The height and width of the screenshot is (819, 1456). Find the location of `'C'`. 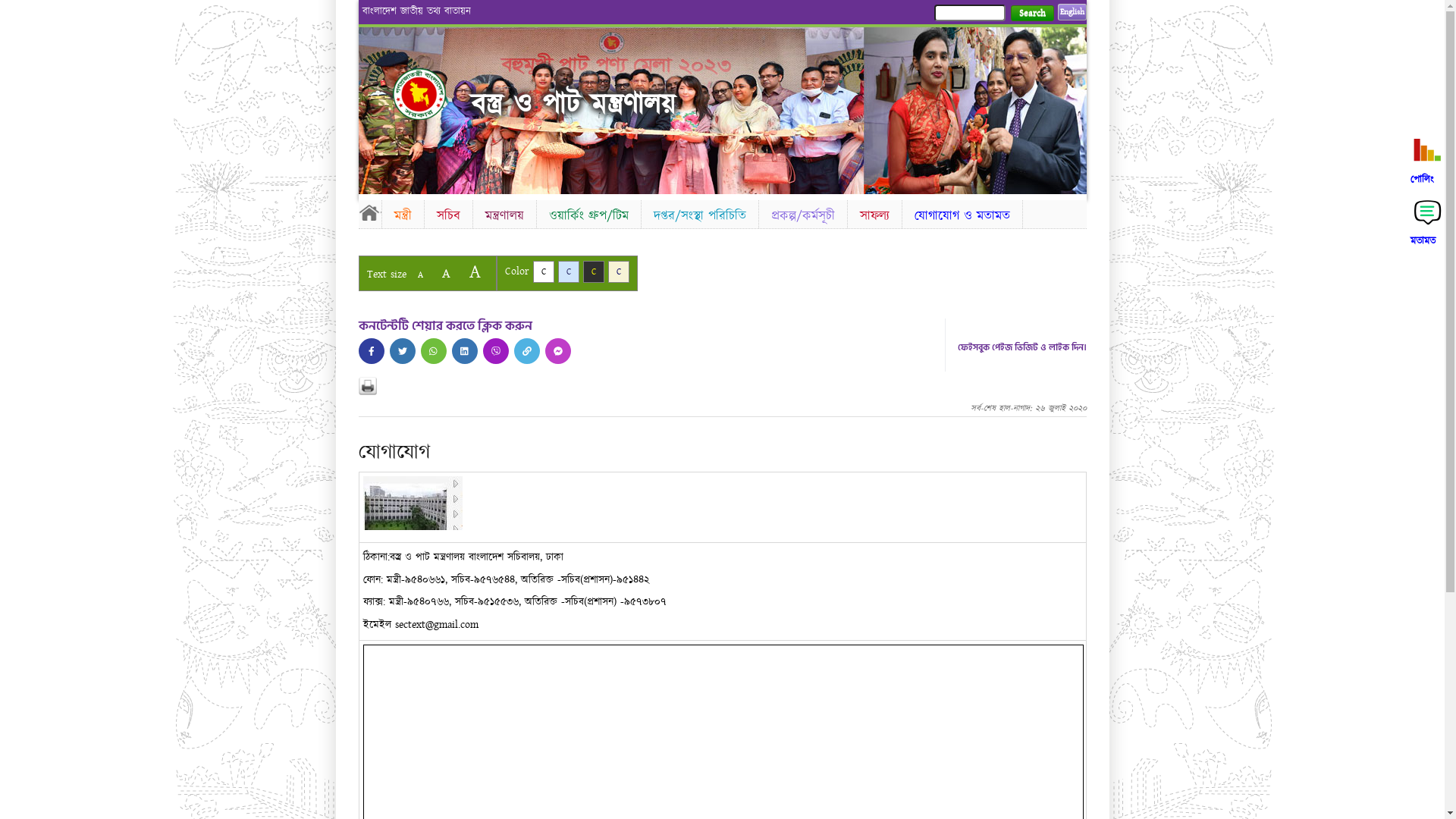

'C' is located at coordinates (619, 271).